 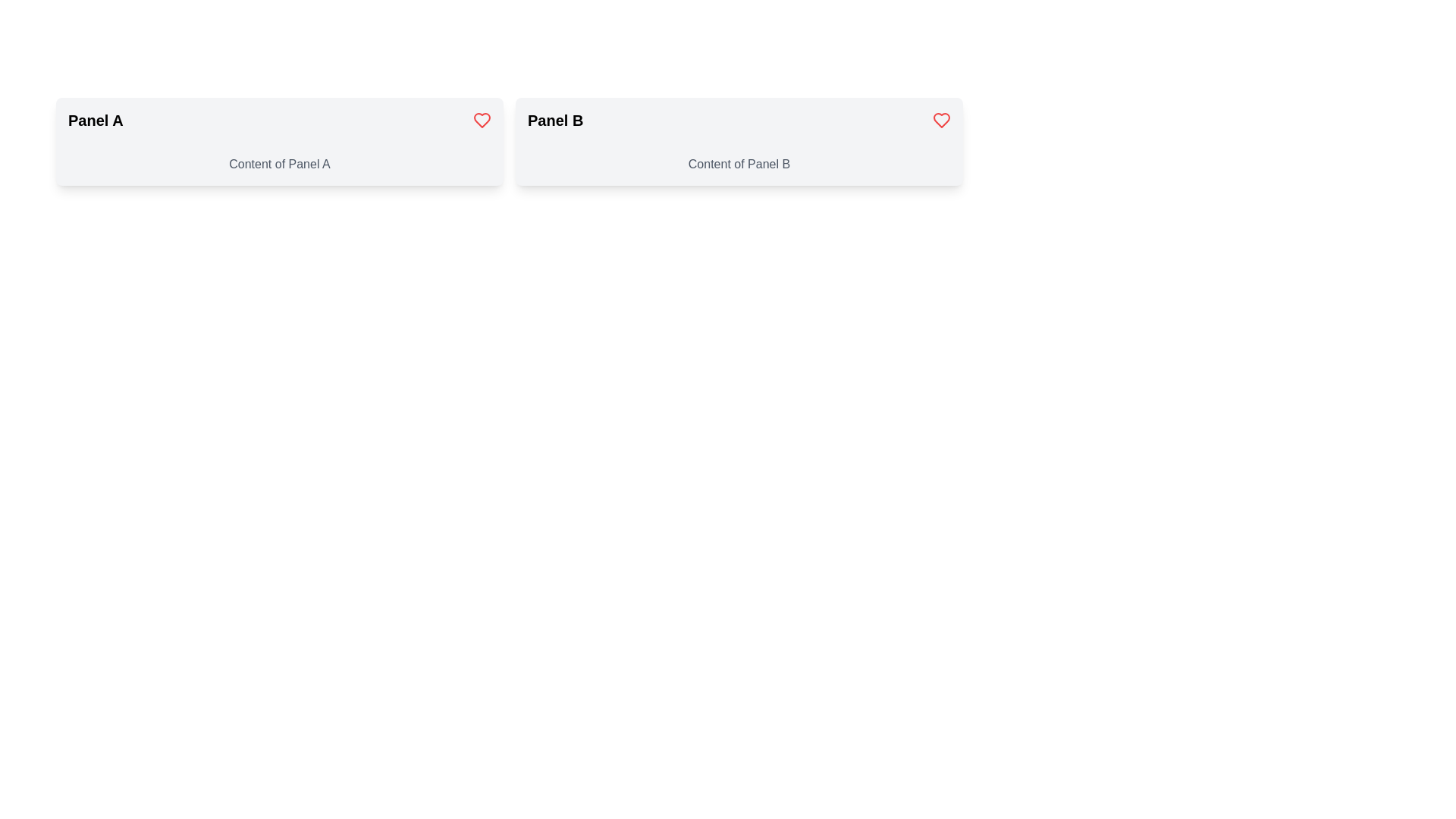 What do you see at coordinates (739, 164) in the screenshot?
I see `the text label located in the lower section of the 'Panel B' card, which provides contextual information related to the panel` at bounding box center [739, 164].